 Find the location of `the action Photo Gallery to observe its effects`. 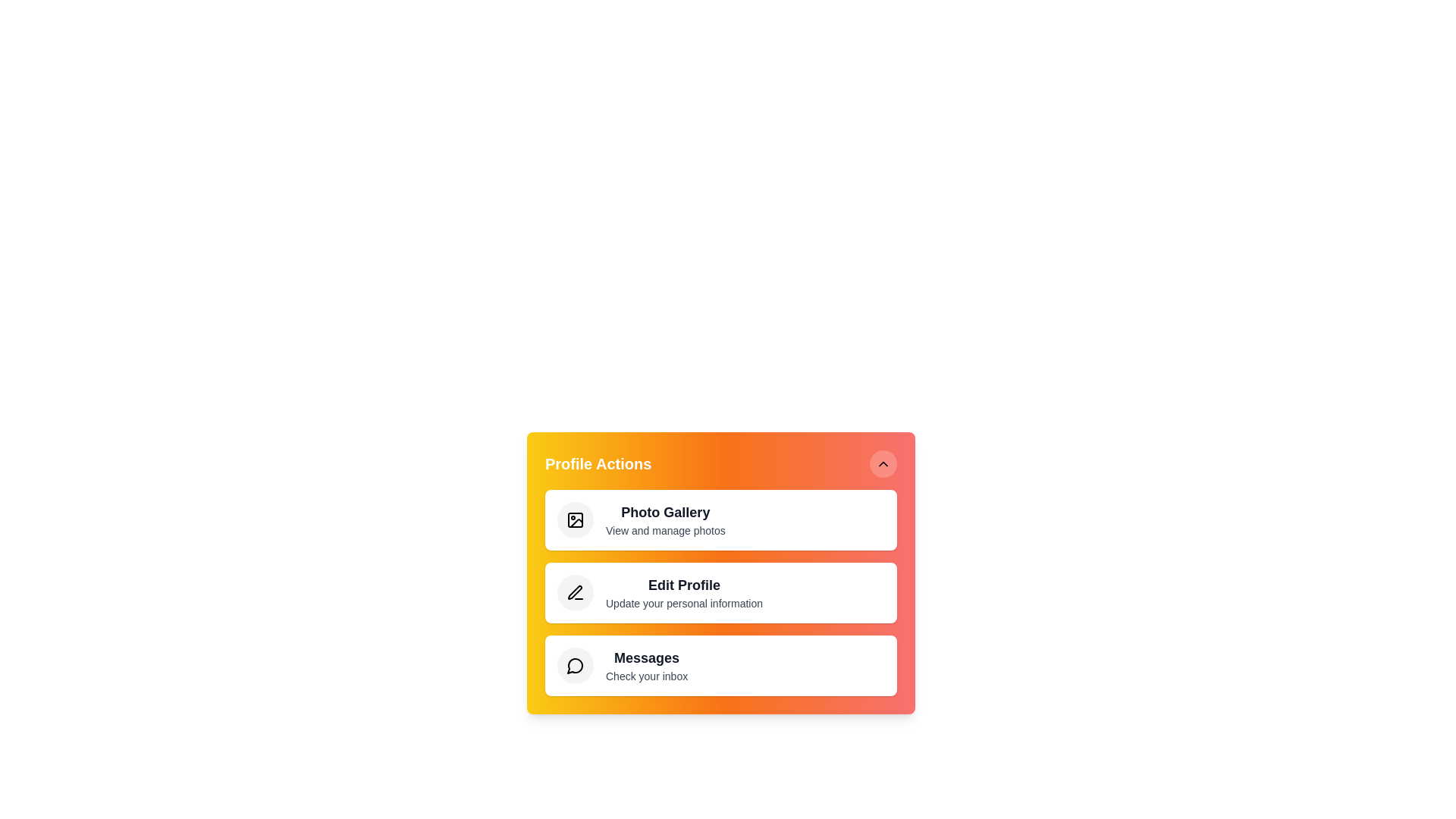

the action Photo Gallery to observe its effects is located at coordinates (574, 519).